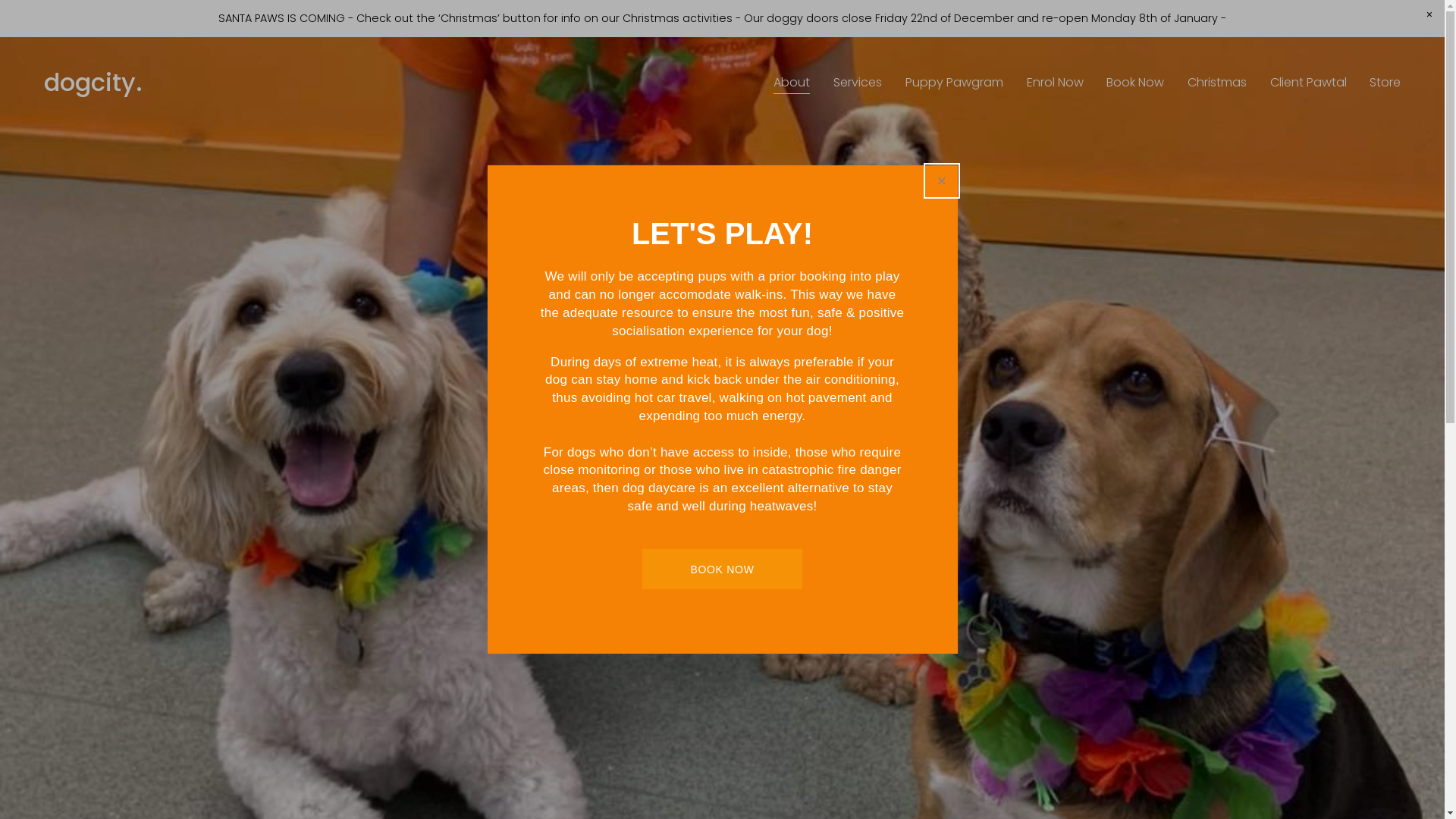 The width and height of the screenshot is (1456, 819). Describe the element at coordinates (855, 543) in the screenshot. I see `'Grooming Pricelist'` at that location.